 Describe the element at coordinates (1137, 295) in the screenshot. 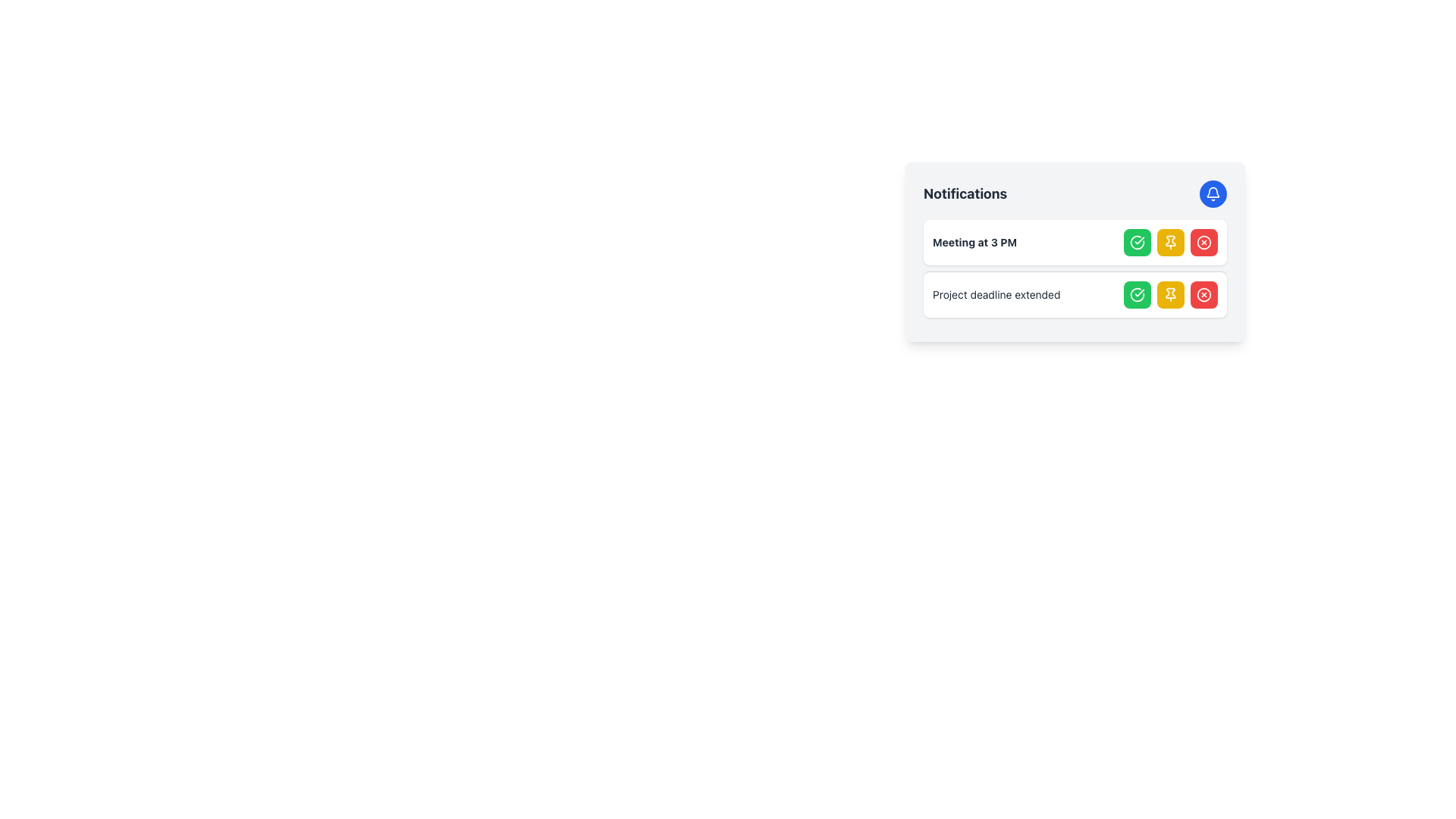

I see `the green circular icon with a white checkmark located in the second notification row labeled 'Project deadline extended', which is the leftmost icon among three icons with different background colors` at that location.